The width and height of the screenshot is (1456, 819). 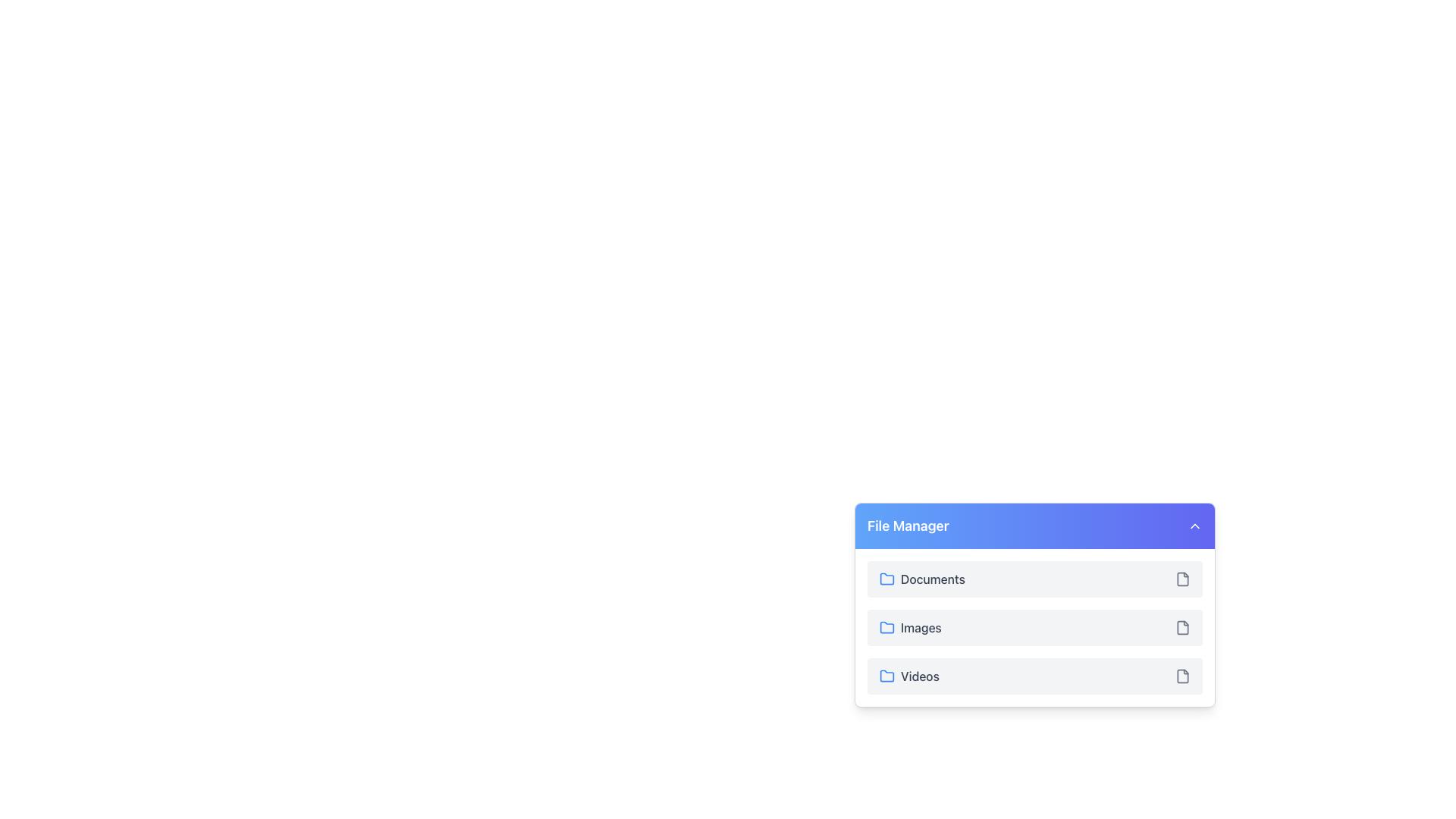 I want to click on the document icon located at the far right of the 'Images' row under the 'File Manager' header, so click(x=1182, y=628).